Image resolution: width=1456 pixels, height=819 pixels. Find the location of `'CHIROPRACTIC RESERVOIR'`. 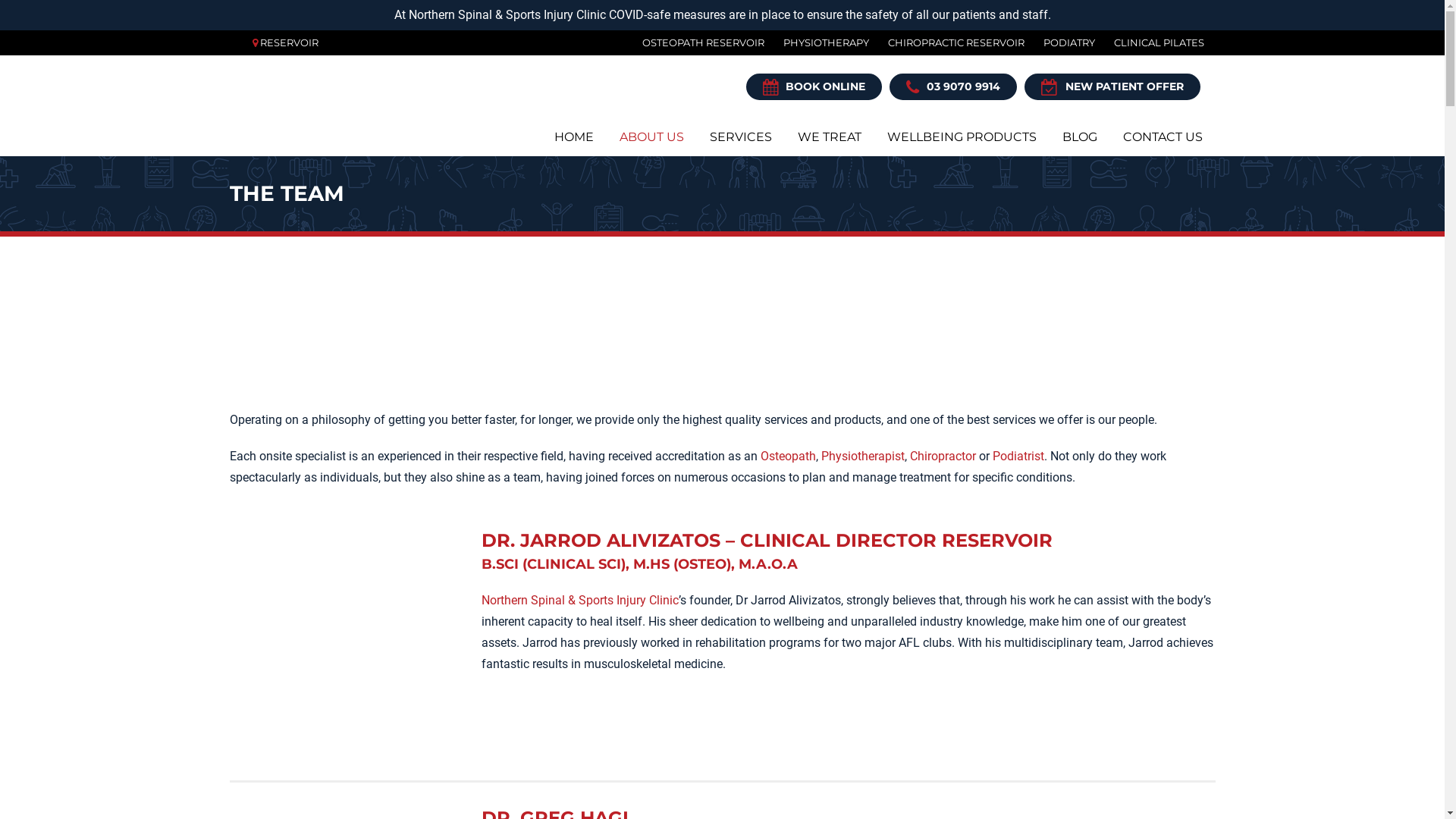

'CHIROPRACTIC RESERVOIR' is located at coordinates (946, 42).